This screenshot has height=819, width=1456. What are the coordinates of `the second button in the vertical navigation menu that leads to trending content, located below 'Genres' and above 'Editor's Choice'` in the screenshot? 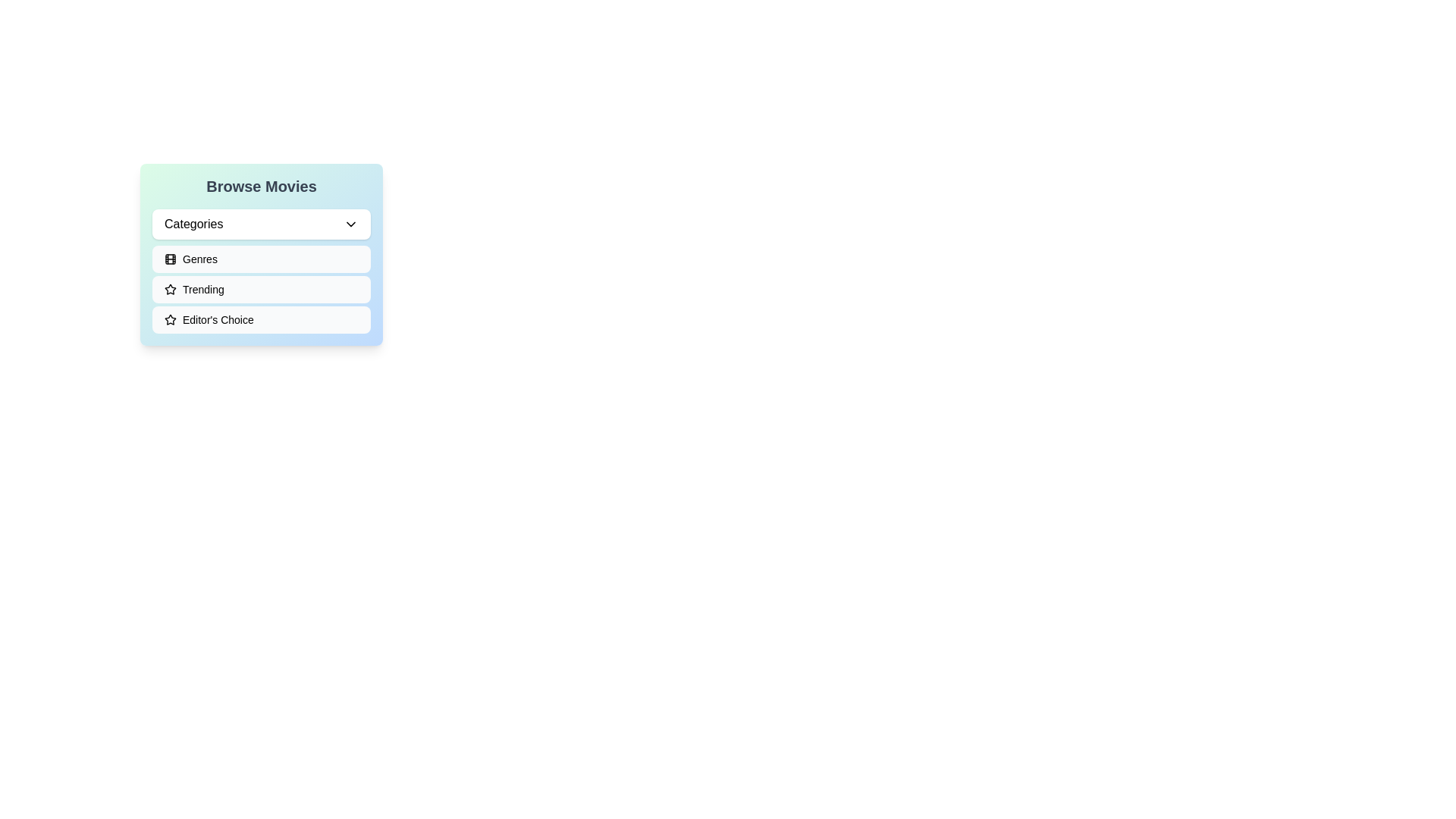 It's located at (262, 289).